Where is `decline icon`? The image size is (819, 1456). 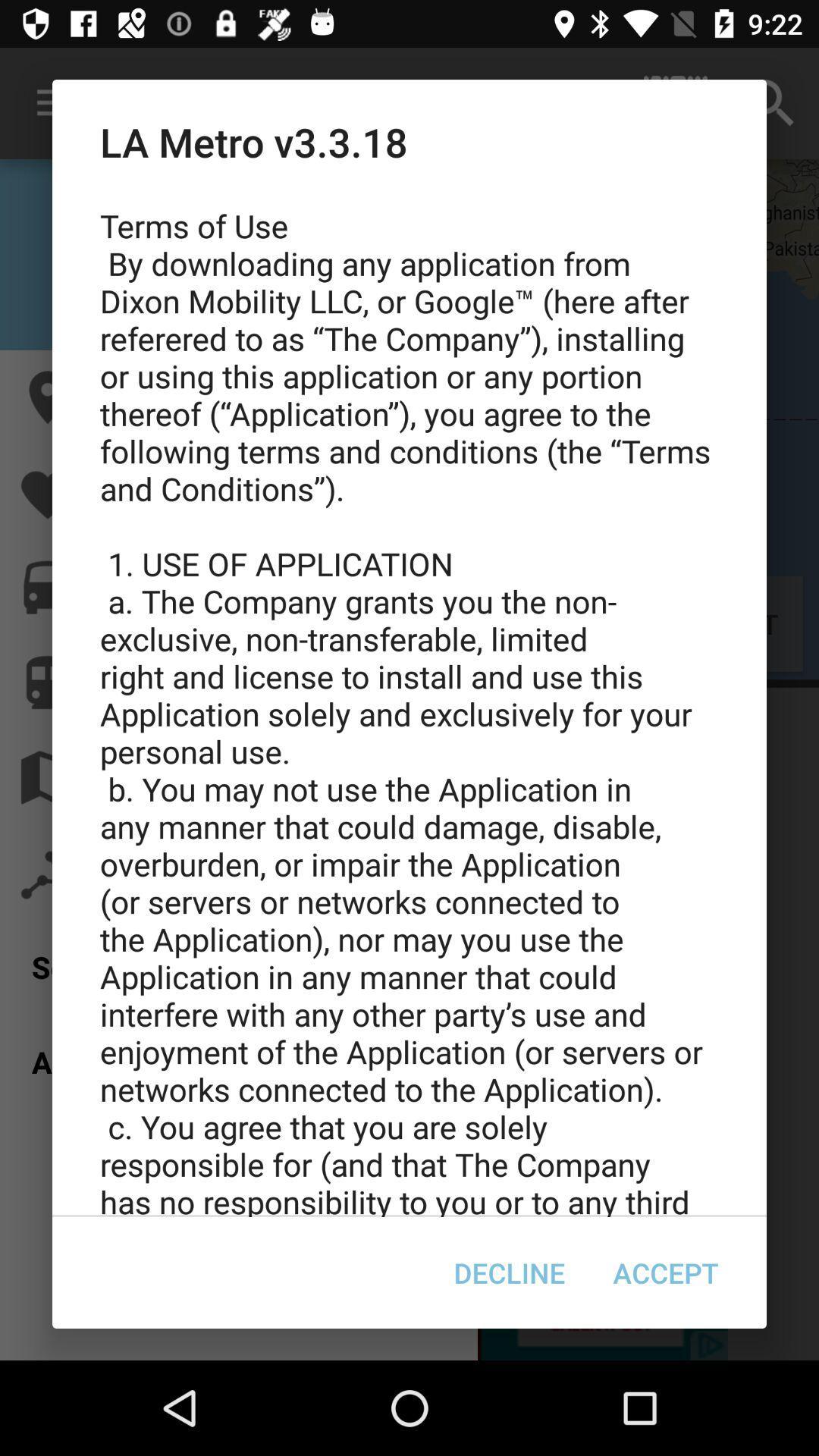 decline icon is located at coordinates (509, 1272).